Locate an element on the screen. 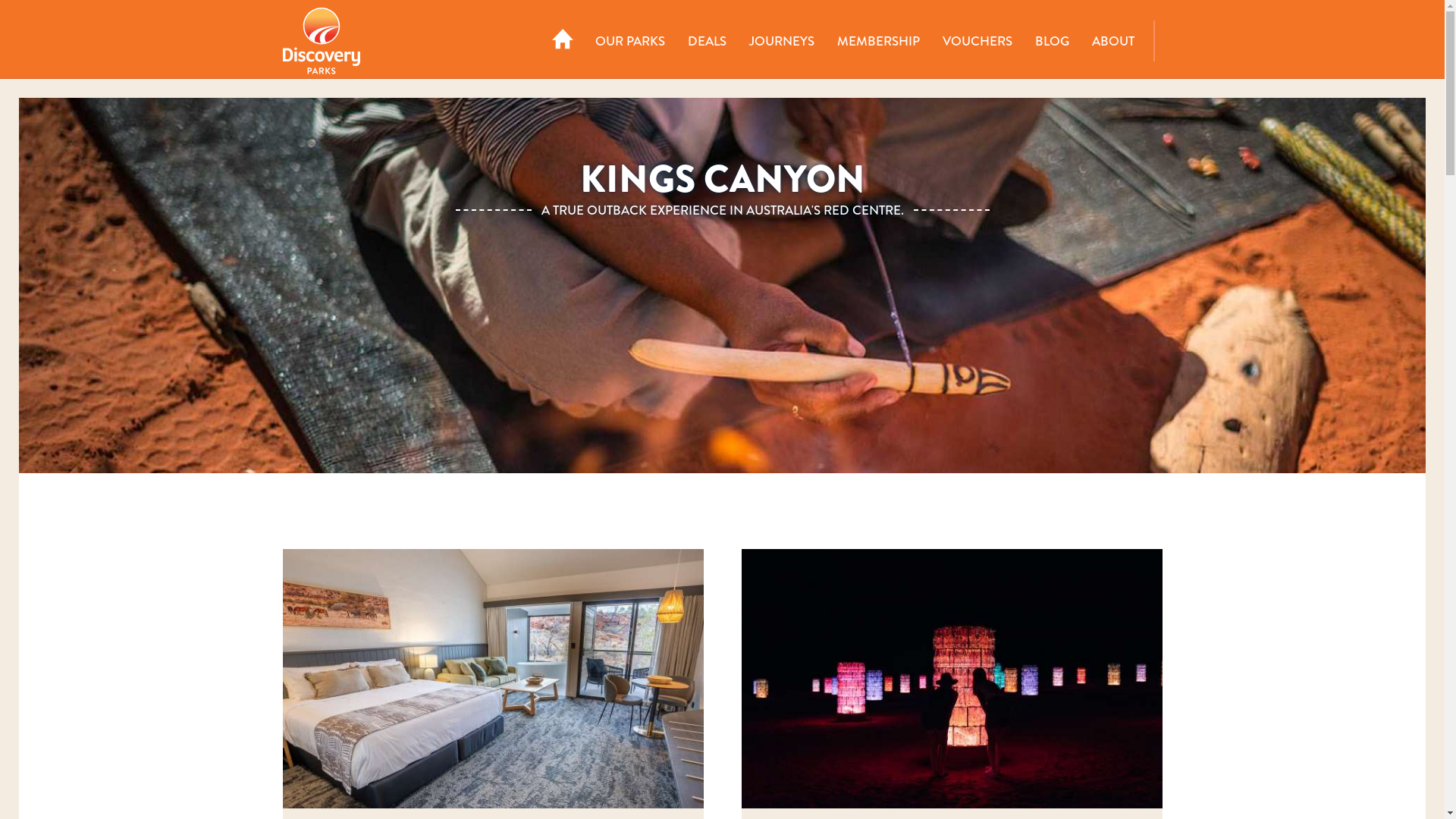 The image size is (1456, 819). 'ABOUT' is located at coordinates (1079, 40).